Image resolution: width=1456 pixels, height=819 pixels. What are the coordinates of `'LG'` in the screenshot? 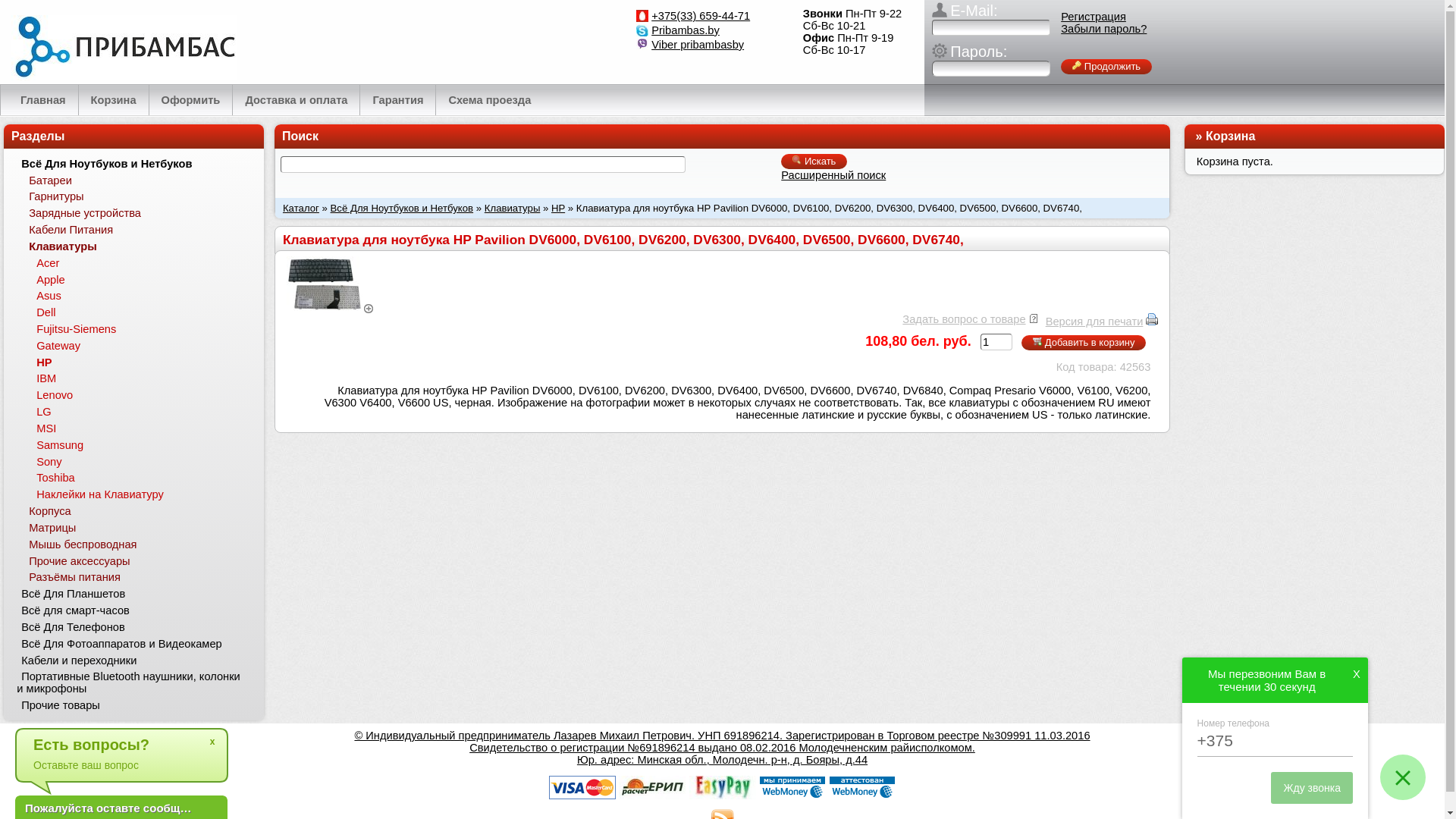 It's located at (32, 412).